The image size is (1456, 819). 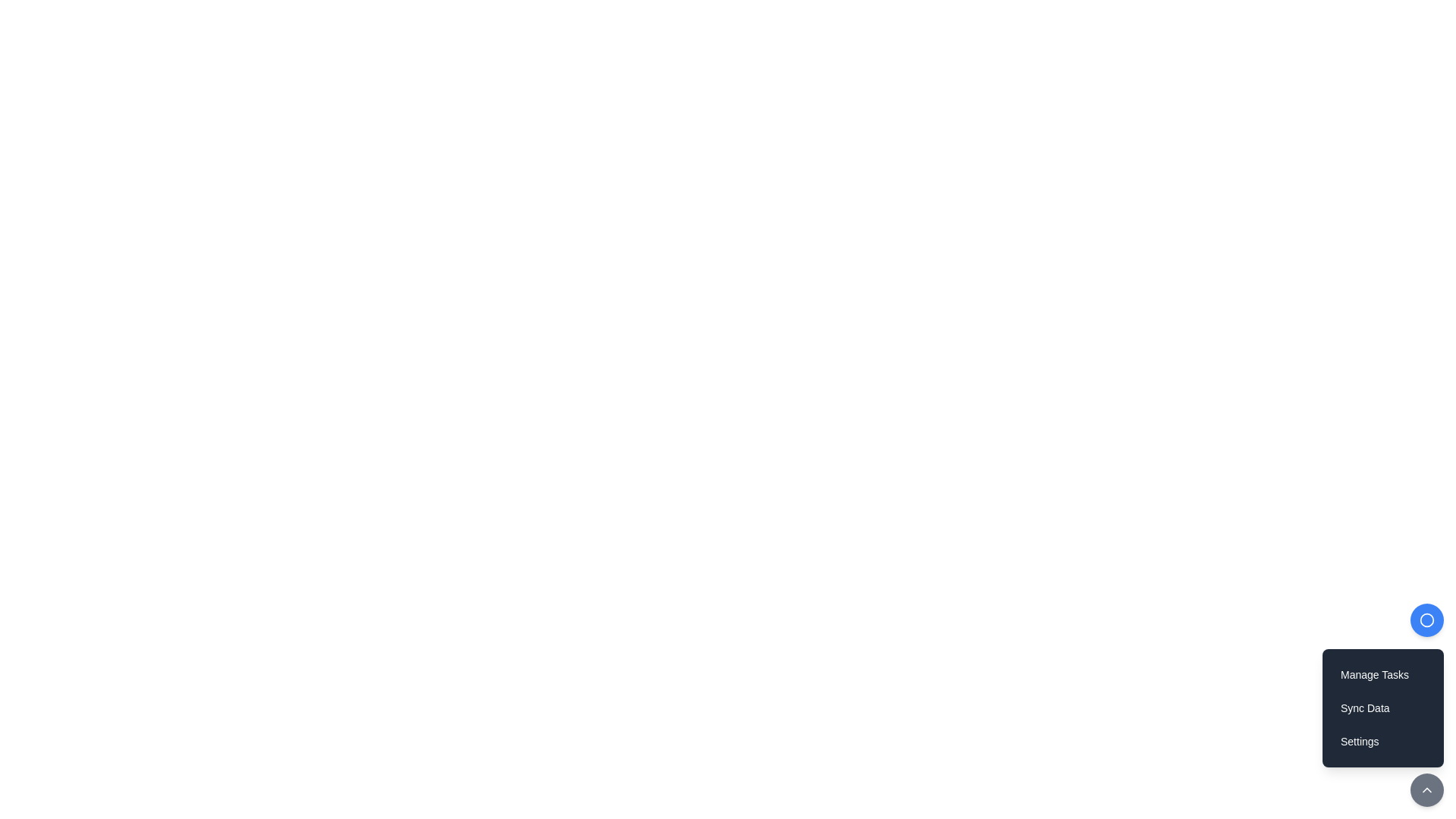 I want to click on the Chevron-Up icon located in the bottom-right corner of the interface, contained within a gray circular button, so click(x=1426, y=789).